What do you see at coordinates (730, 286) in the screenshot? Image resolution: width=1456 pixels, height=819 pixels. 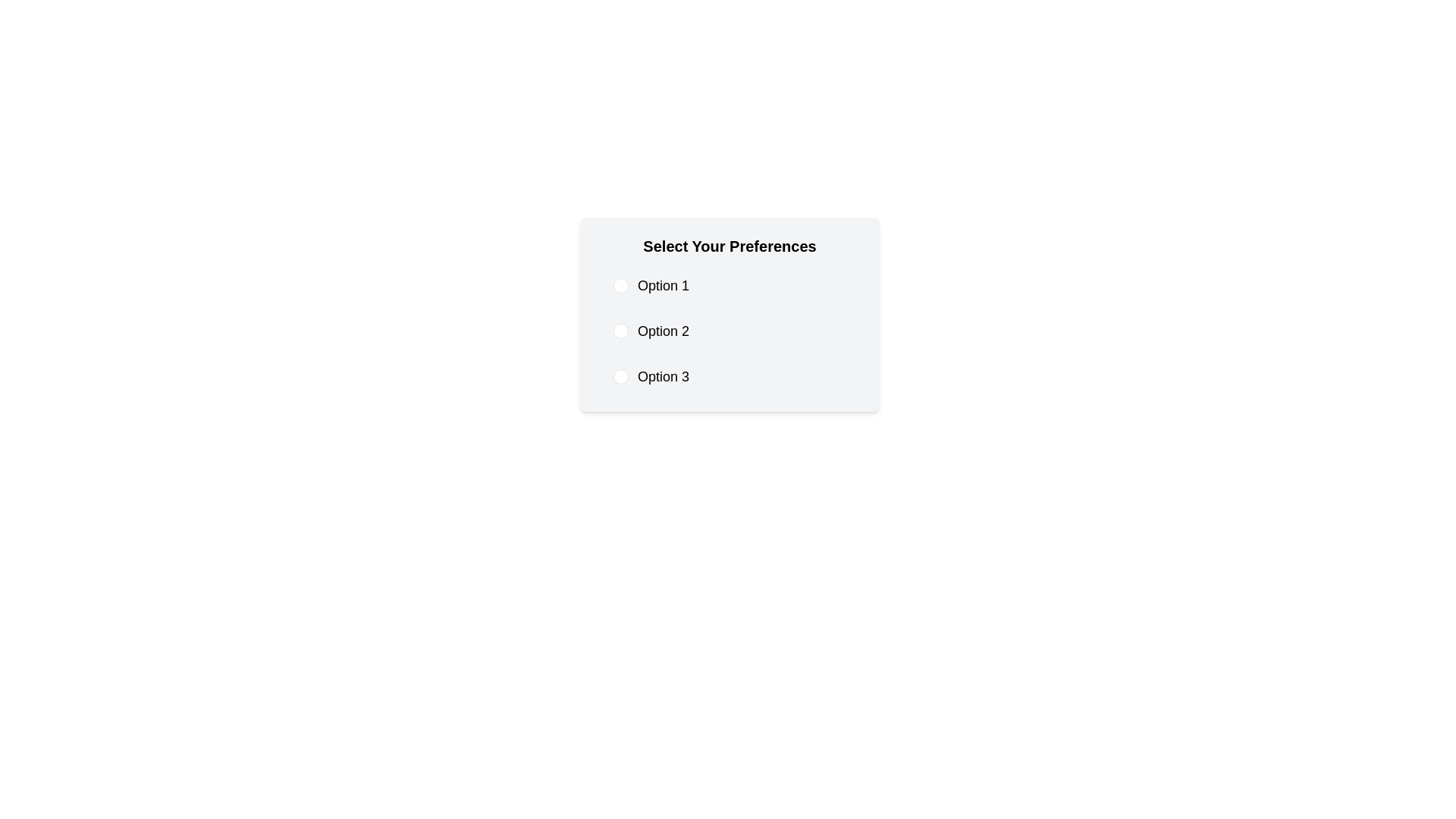 I see `the radio button labeled 'Option 1'` at bounding box center [730, 286].